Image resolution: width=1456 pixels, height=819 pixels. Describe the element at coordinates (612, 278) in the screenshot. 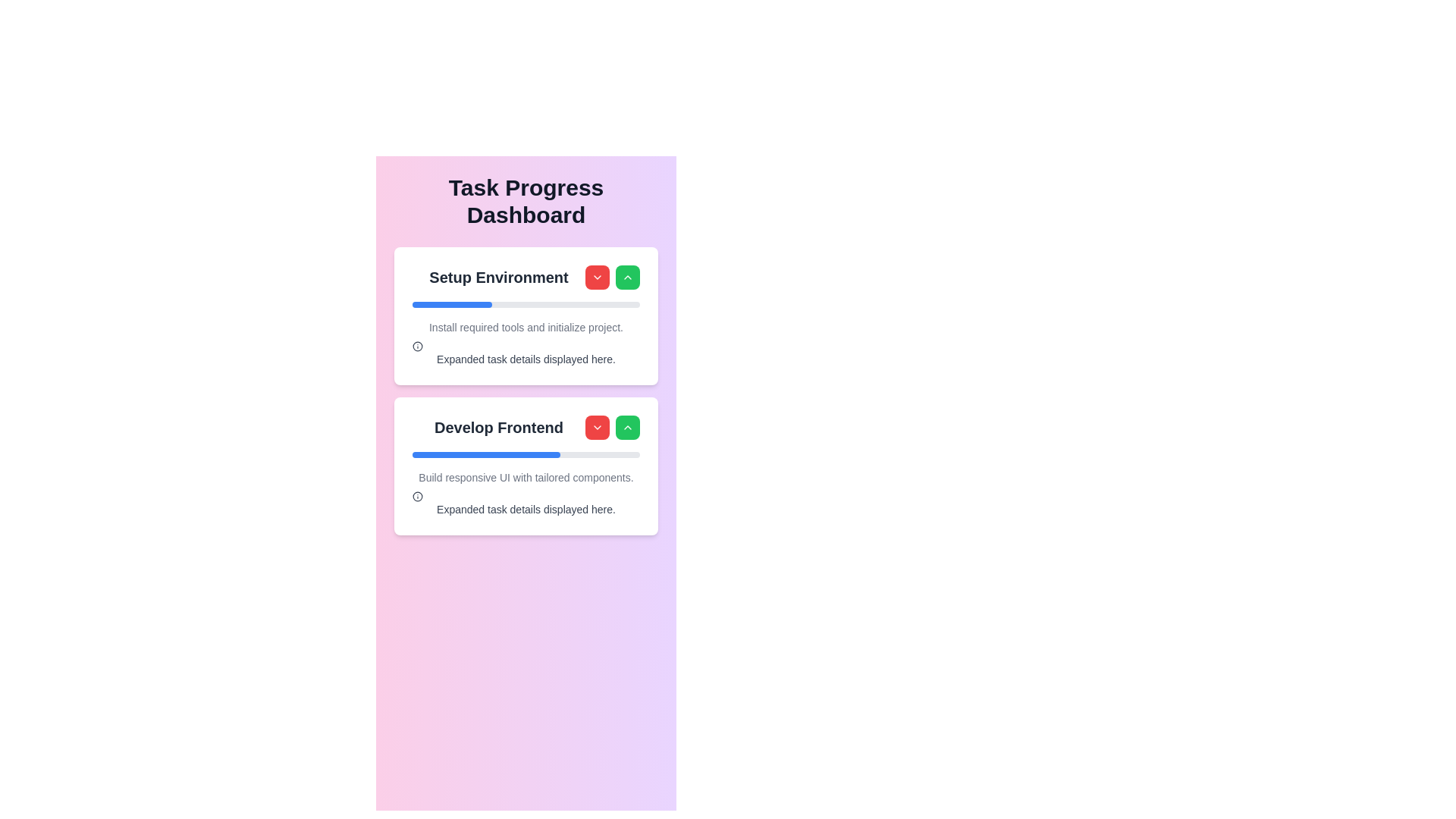

I see `the left styled button with a red background and downward-pointing chevron icon` at that location.